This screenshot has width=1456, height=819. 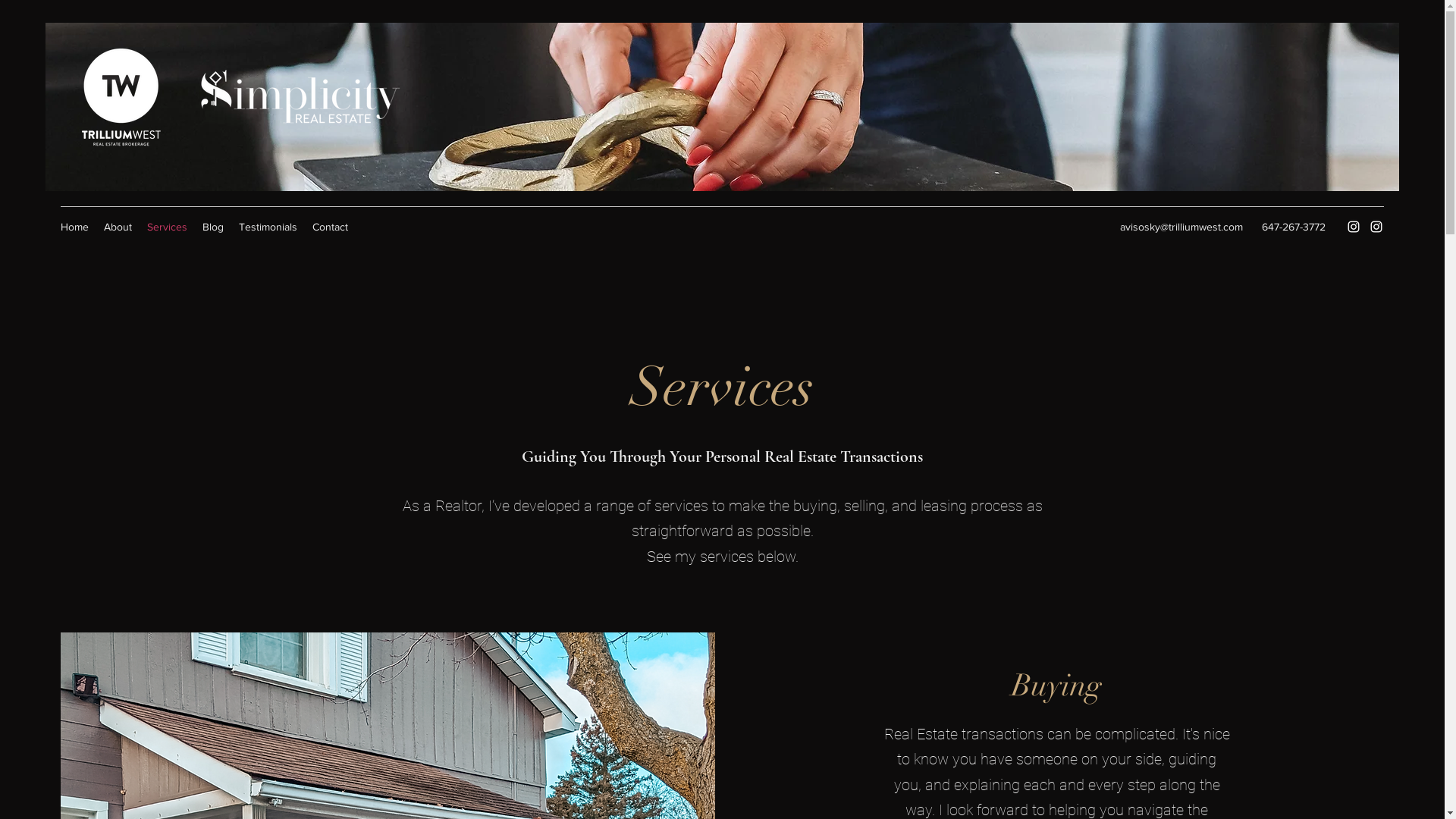 I want to click on 'Home', so click(x=74, y=227).